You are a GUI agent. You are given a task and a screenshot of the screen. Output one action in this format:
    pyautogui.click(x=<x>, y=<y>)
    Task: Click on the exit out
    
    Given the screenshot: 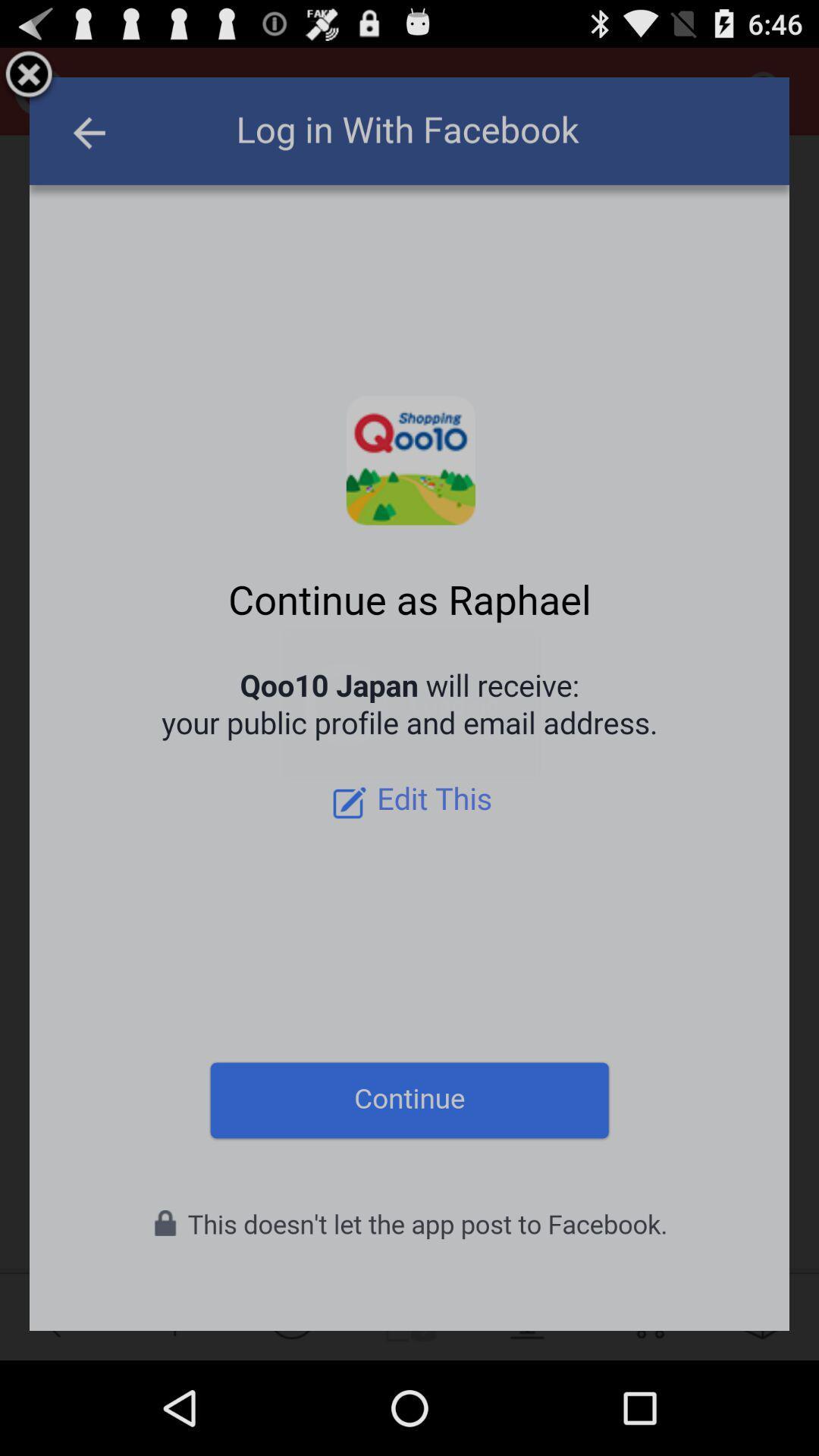 What is the action you would take?
    pyautogui.click(x=29, y=76)
    